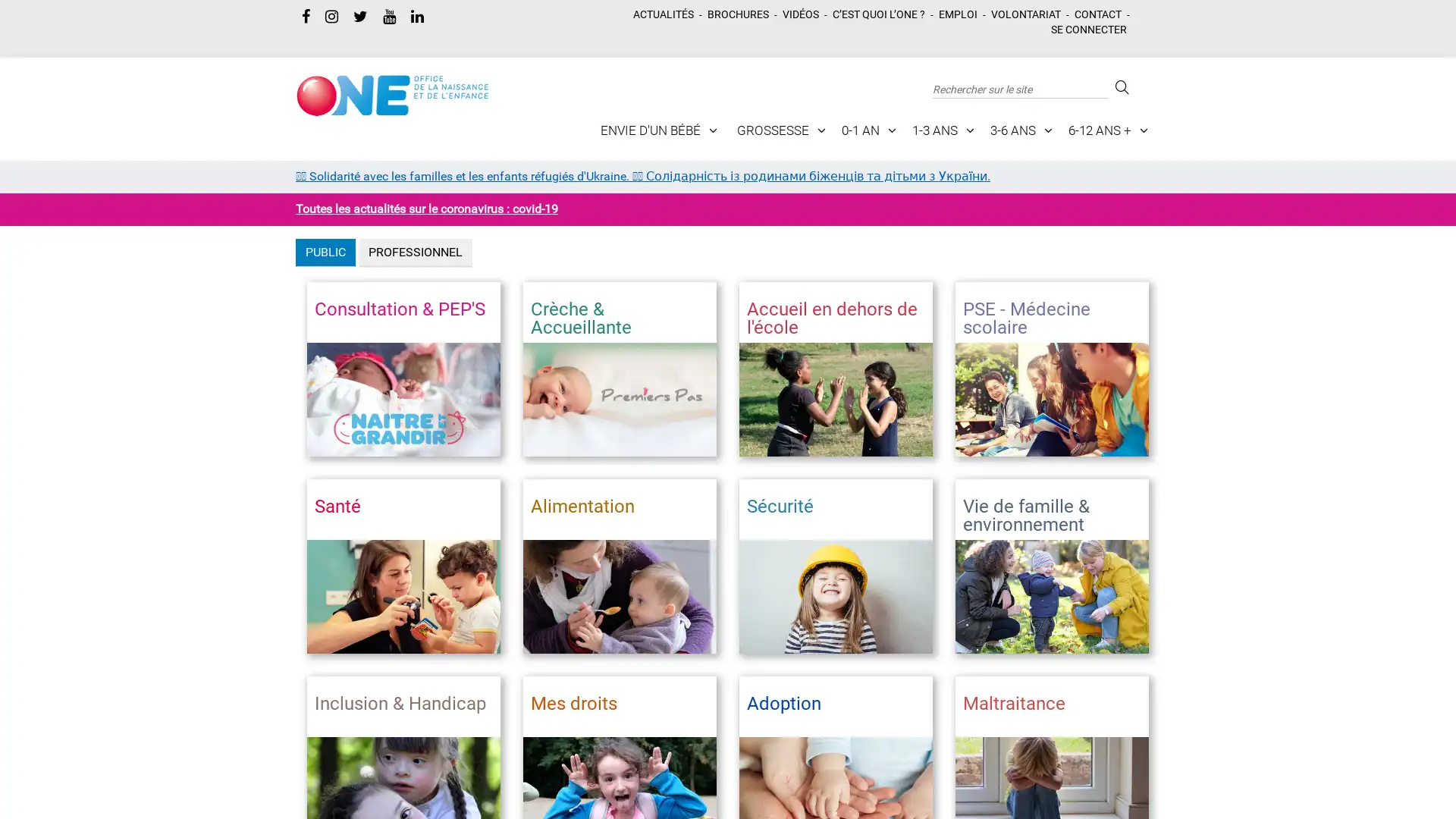 The width and height of the screenshot is (1456, 819). What do you see at coordinates (1120, 87) in the screenshot?
I see `Rechercher sur le site` at bounding box center [1120, 87].